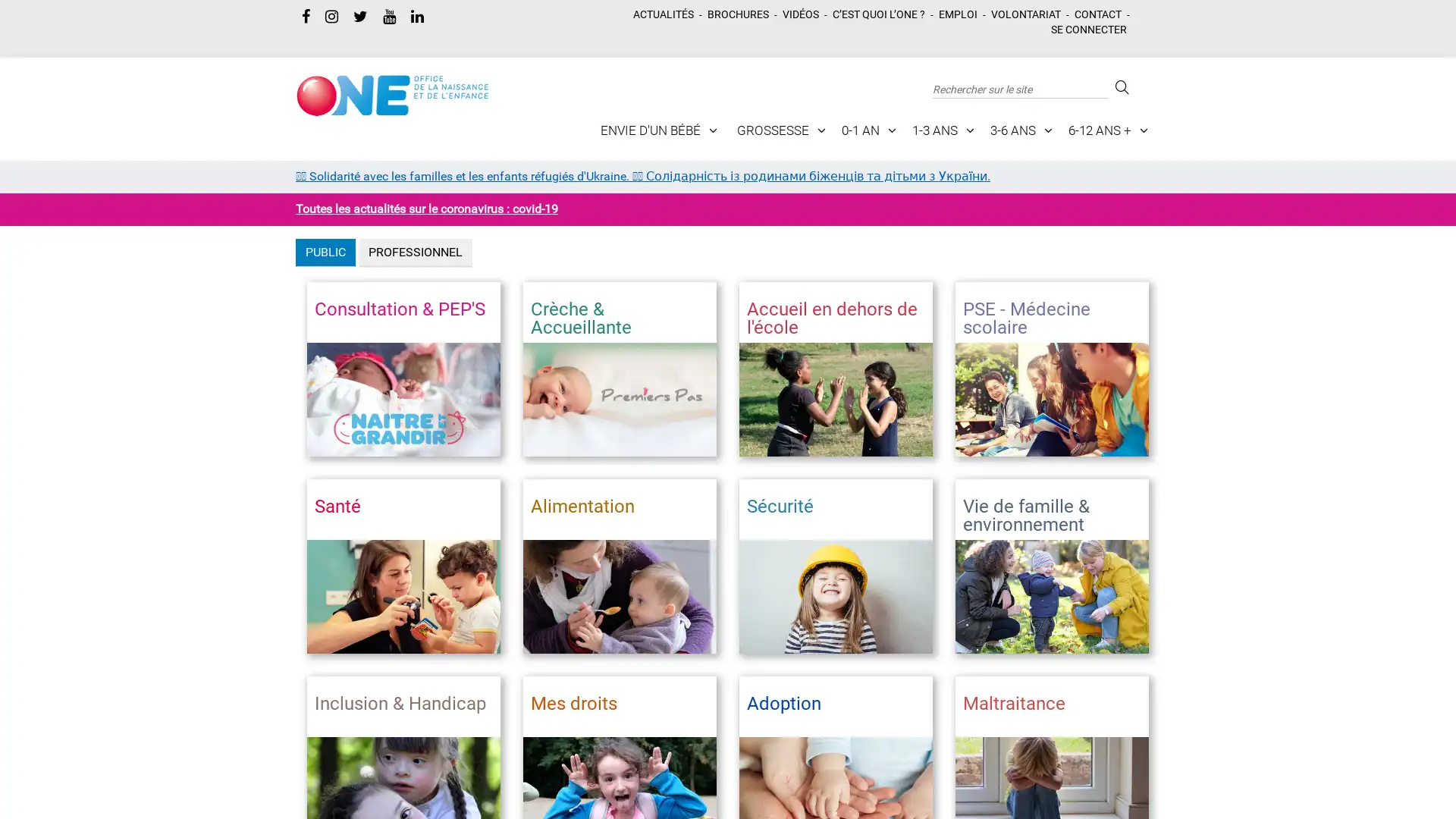 The width and height of the screenshot is (1456, 819). What do you see at coordinates (1120, 87) in the screenshot?
I see `Rechercher sur le site` at bounding box center [1120, 87].